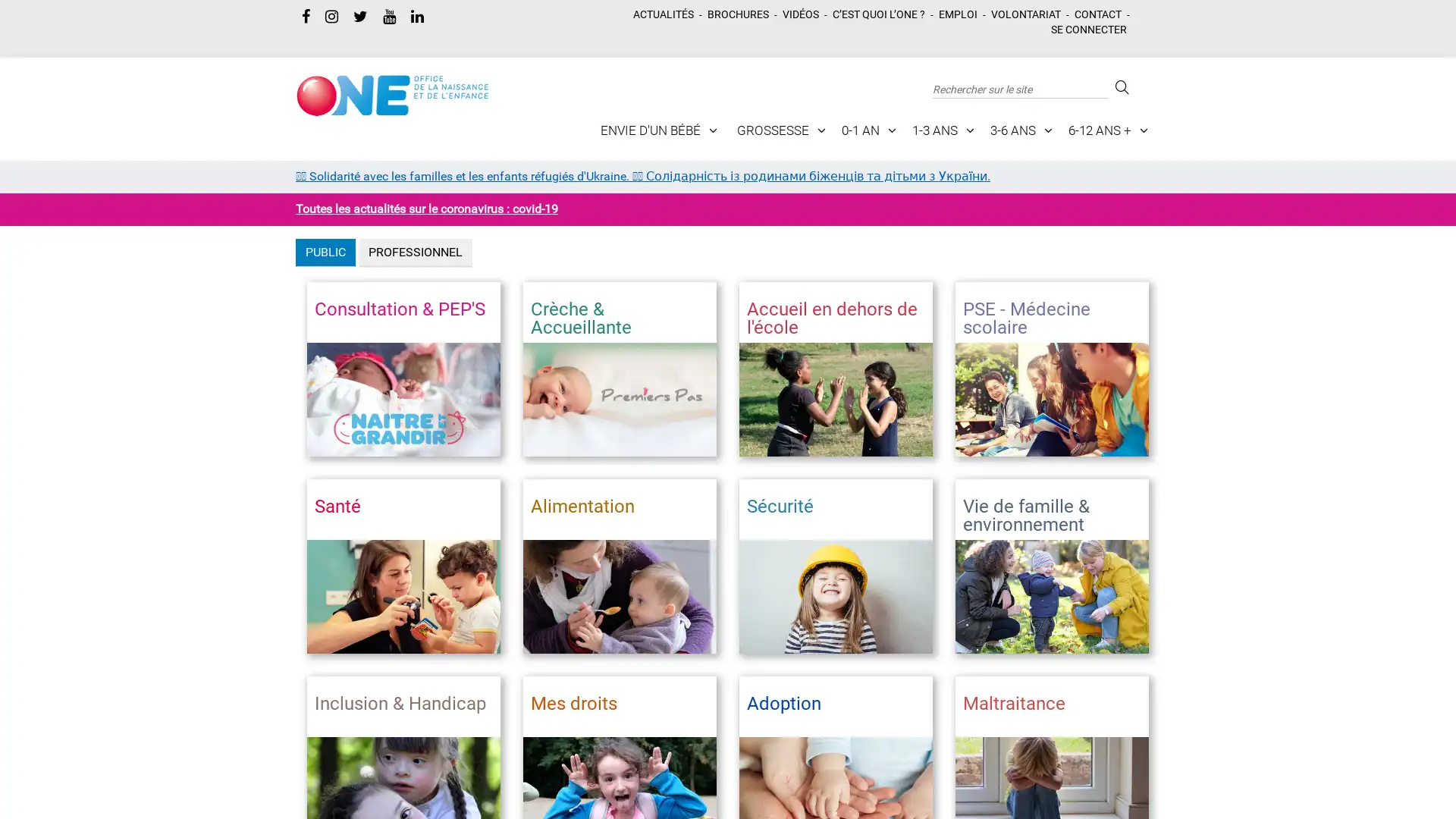 The width and height of the screenshot is (1456, 819). What do you see at coordinates (1120, 87) in the screenshot?
I see `Rechercher sur le site` at bounding box center [1120, 87].